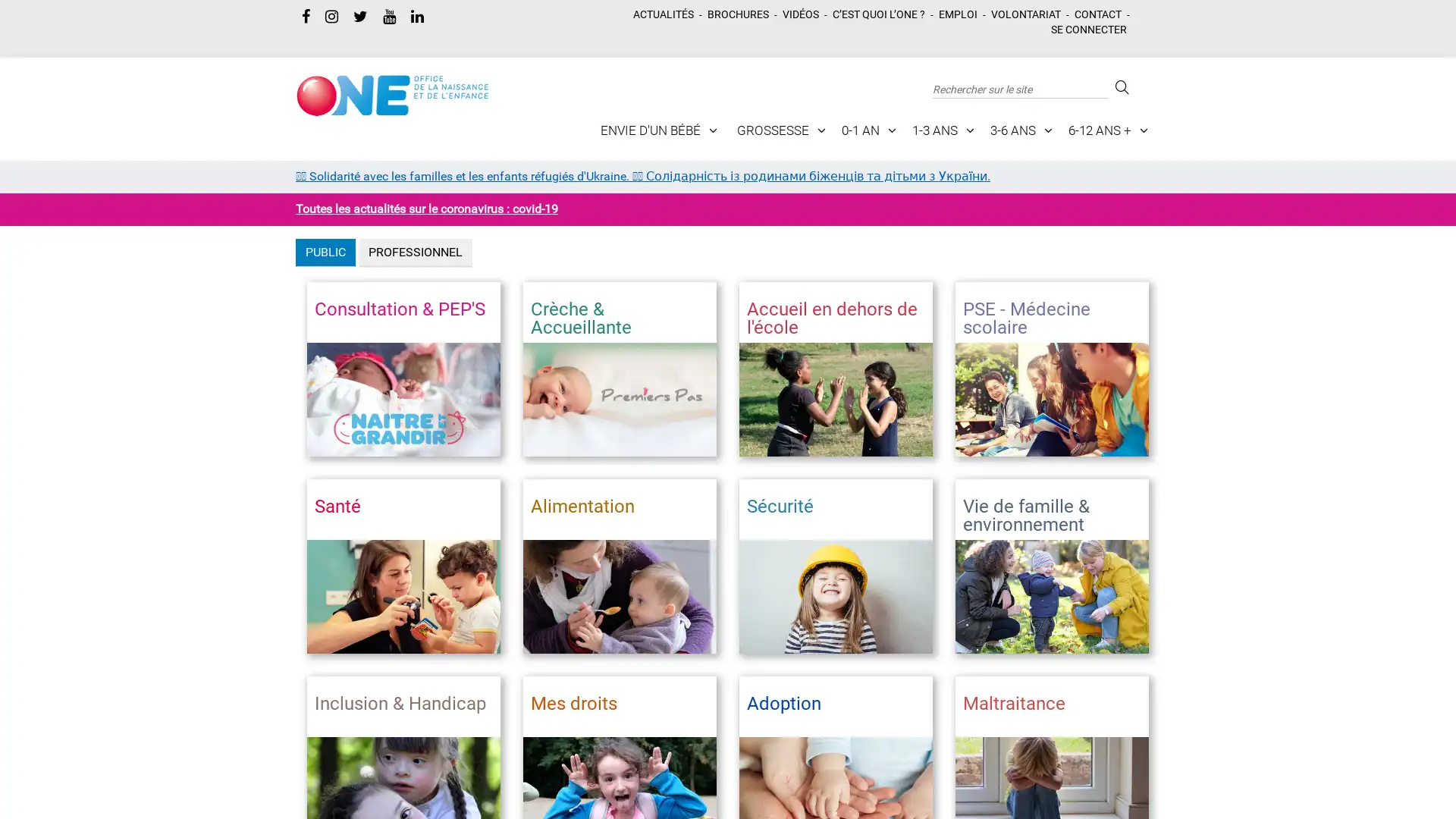 The width and height of the screenshot is (1456, 819). What do you see at coordinates (1120, 87) in the screenshot?
I see `Rechercher sur le site` at bounding box center [1120, 87].